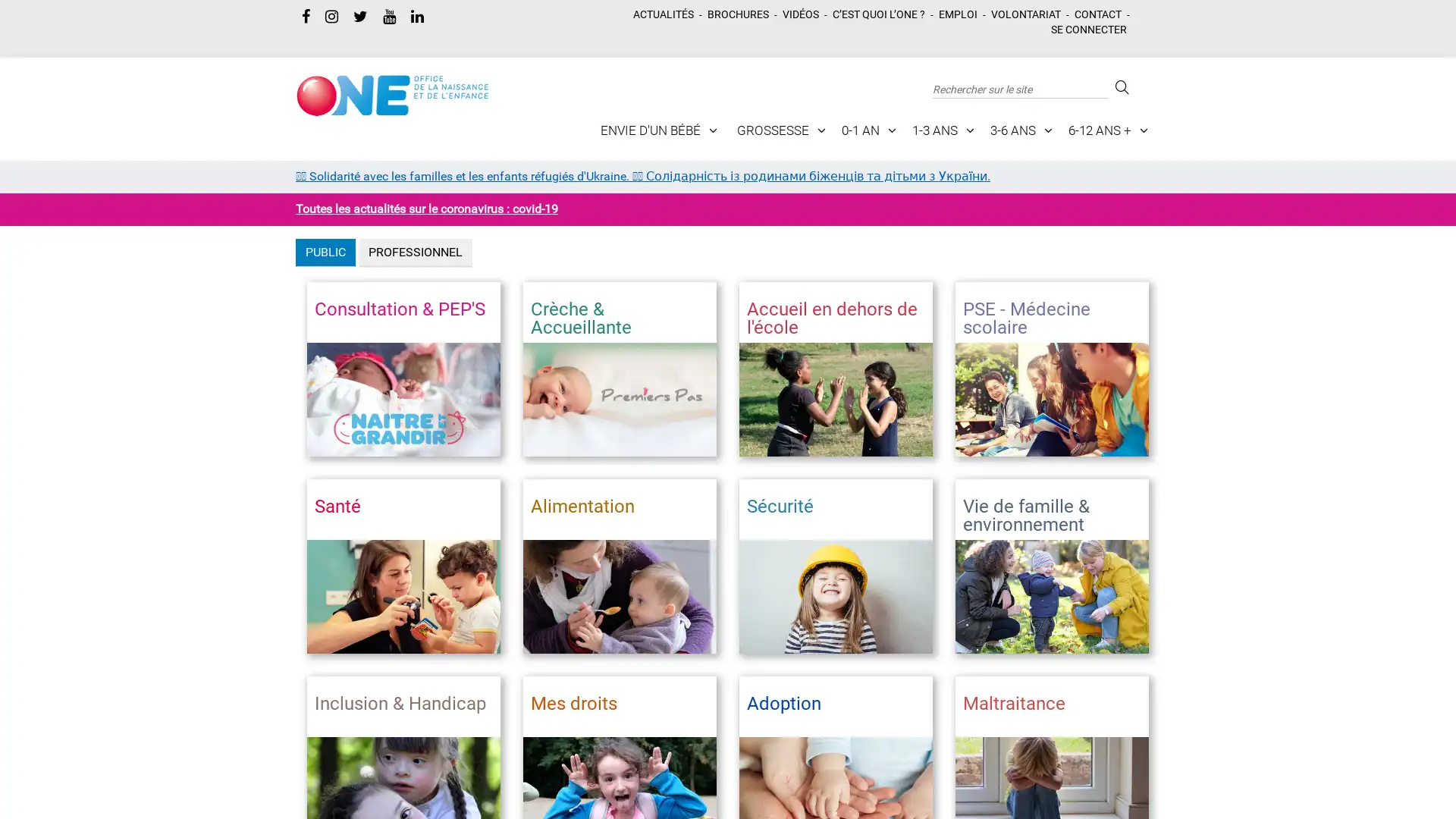 The width and height of the screenshot is (1456, 819). What do you see at coordinates (1120, 87) in the screenshot?
I see `Rechercher sur le site` at bounding box center [1120, 87].